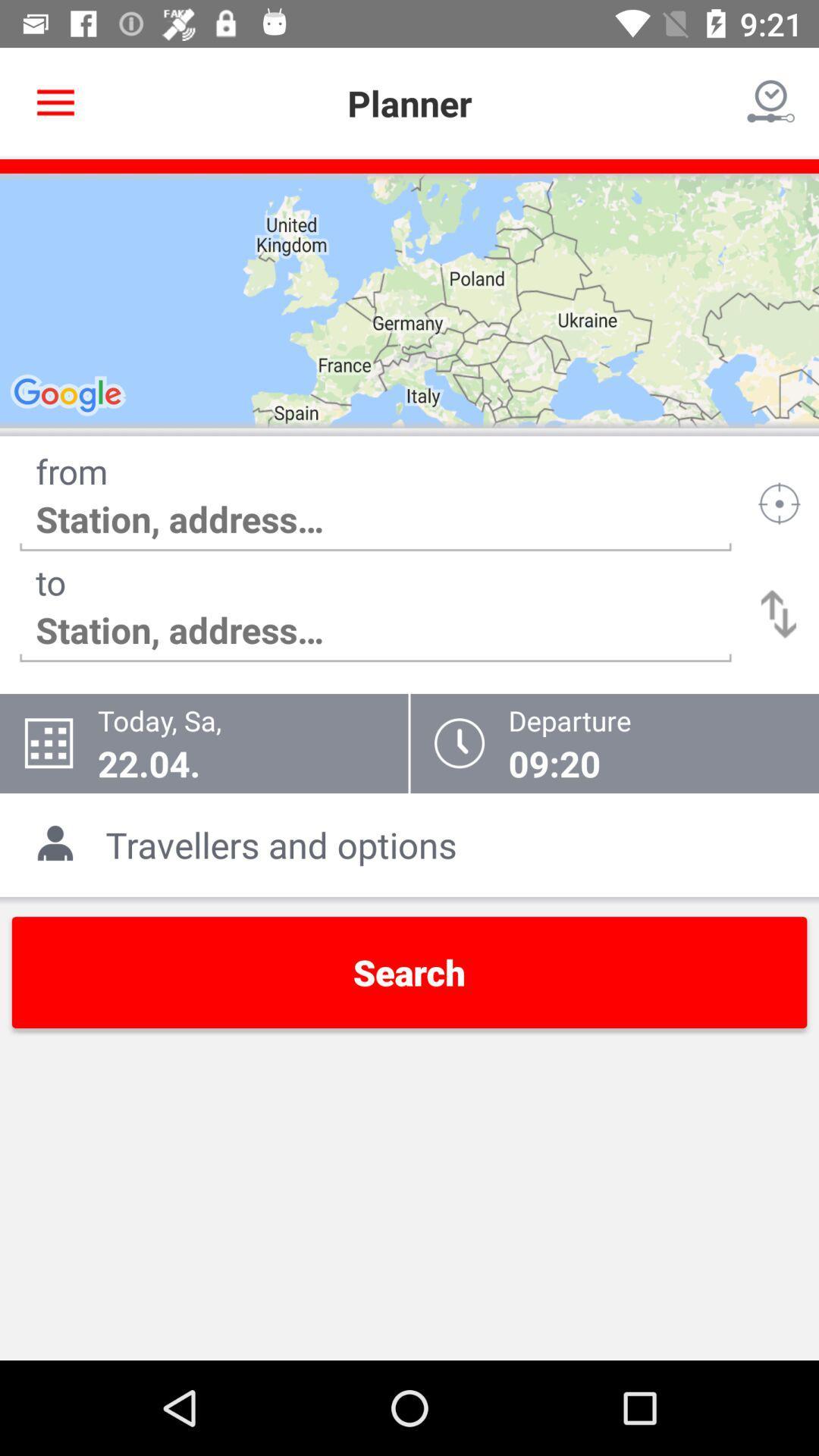 Image resolution: width=819 pixels, height=1456 pixels. What do you see at coordinates (771, 102) in the screenshot?
I see `item to the right of the planner icon` at bounding box center [771, 102].